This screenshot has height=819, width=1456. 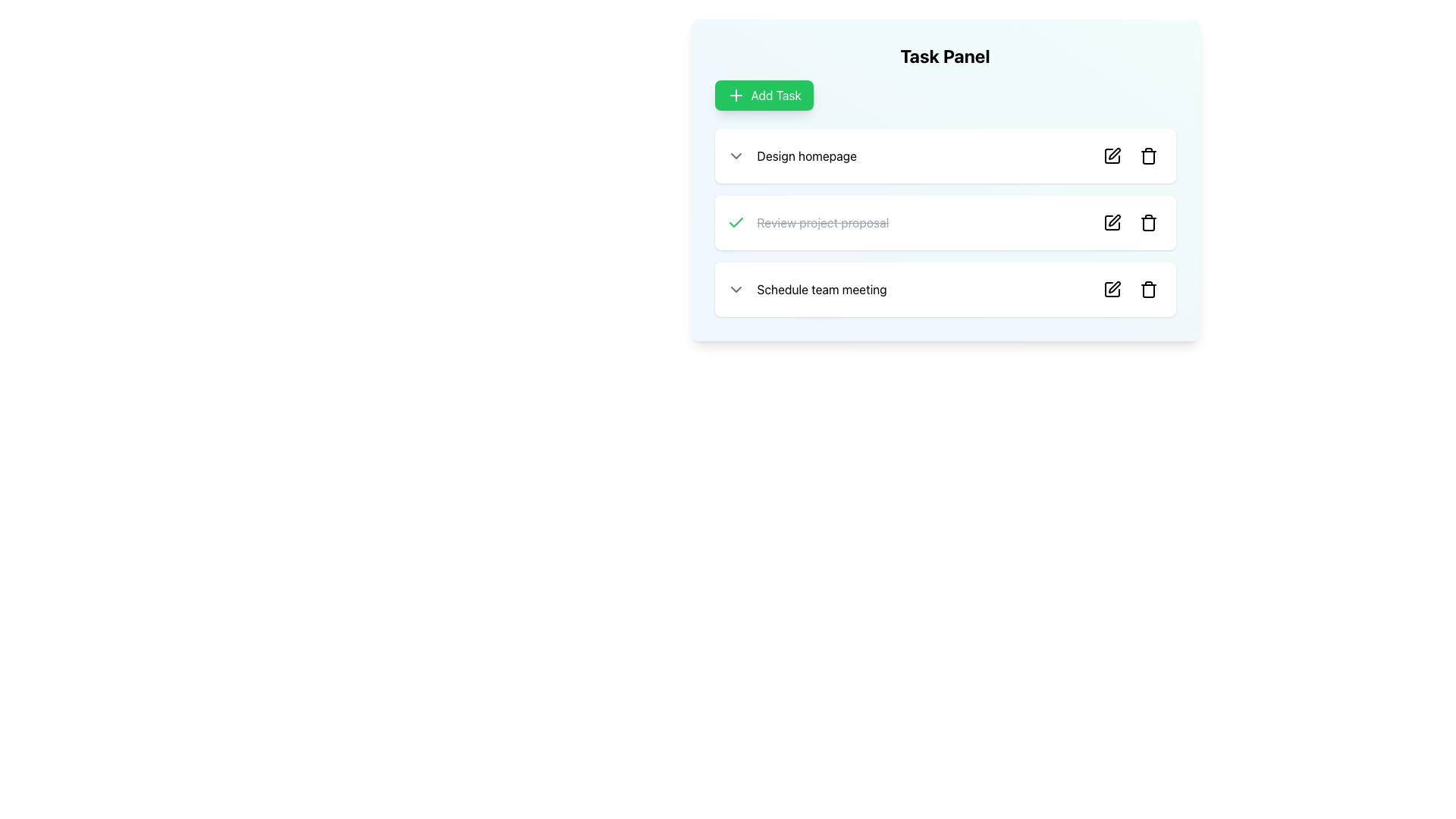 What do you see at coordinates (1112, 155) in the screenshot?
I see `the edit button icon located to the right of the task description for 'Design homepage' in the task list` at bounding box center [1112, 155].